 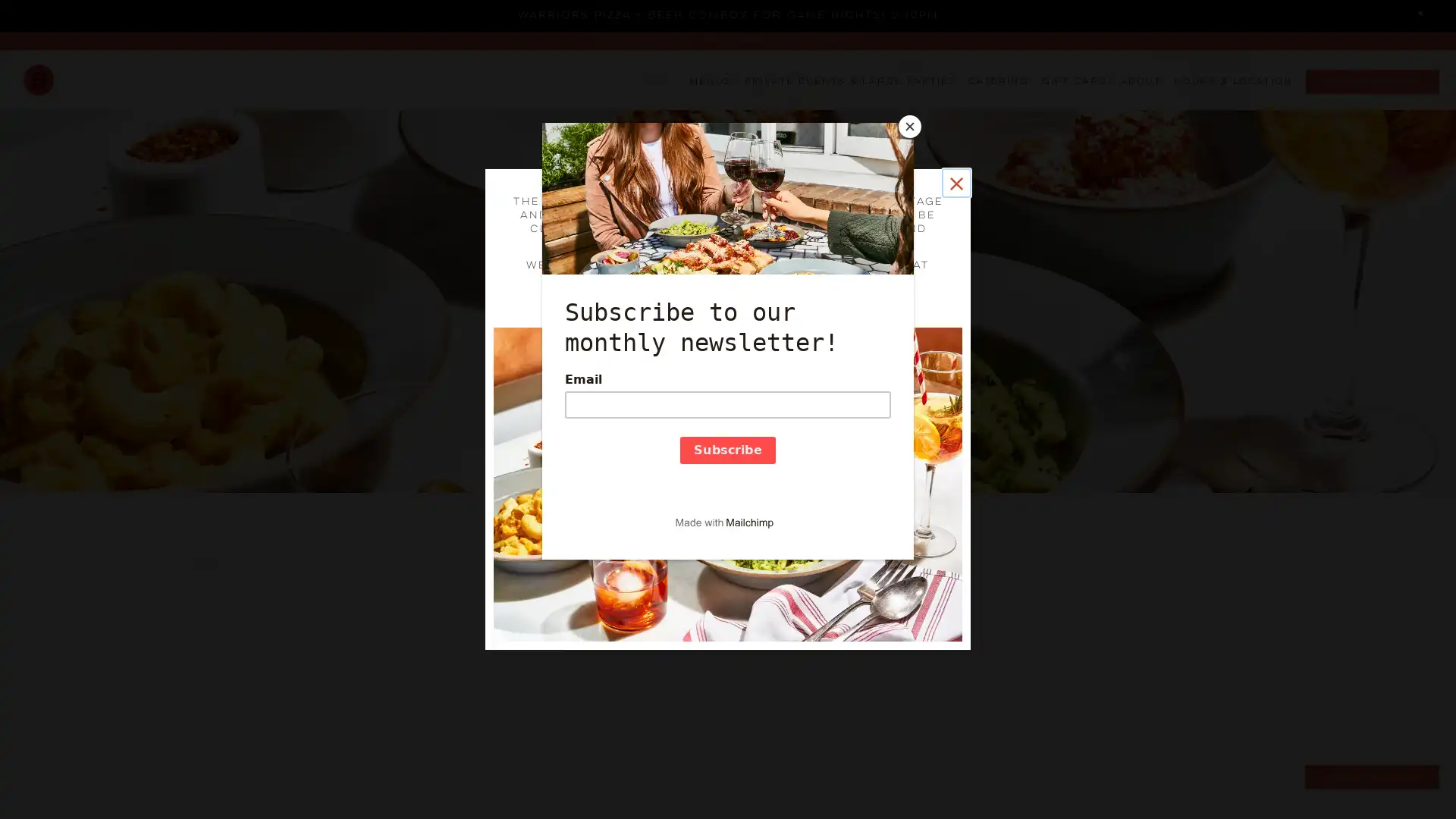 I want to click on Close, so click(x=955, y=181).